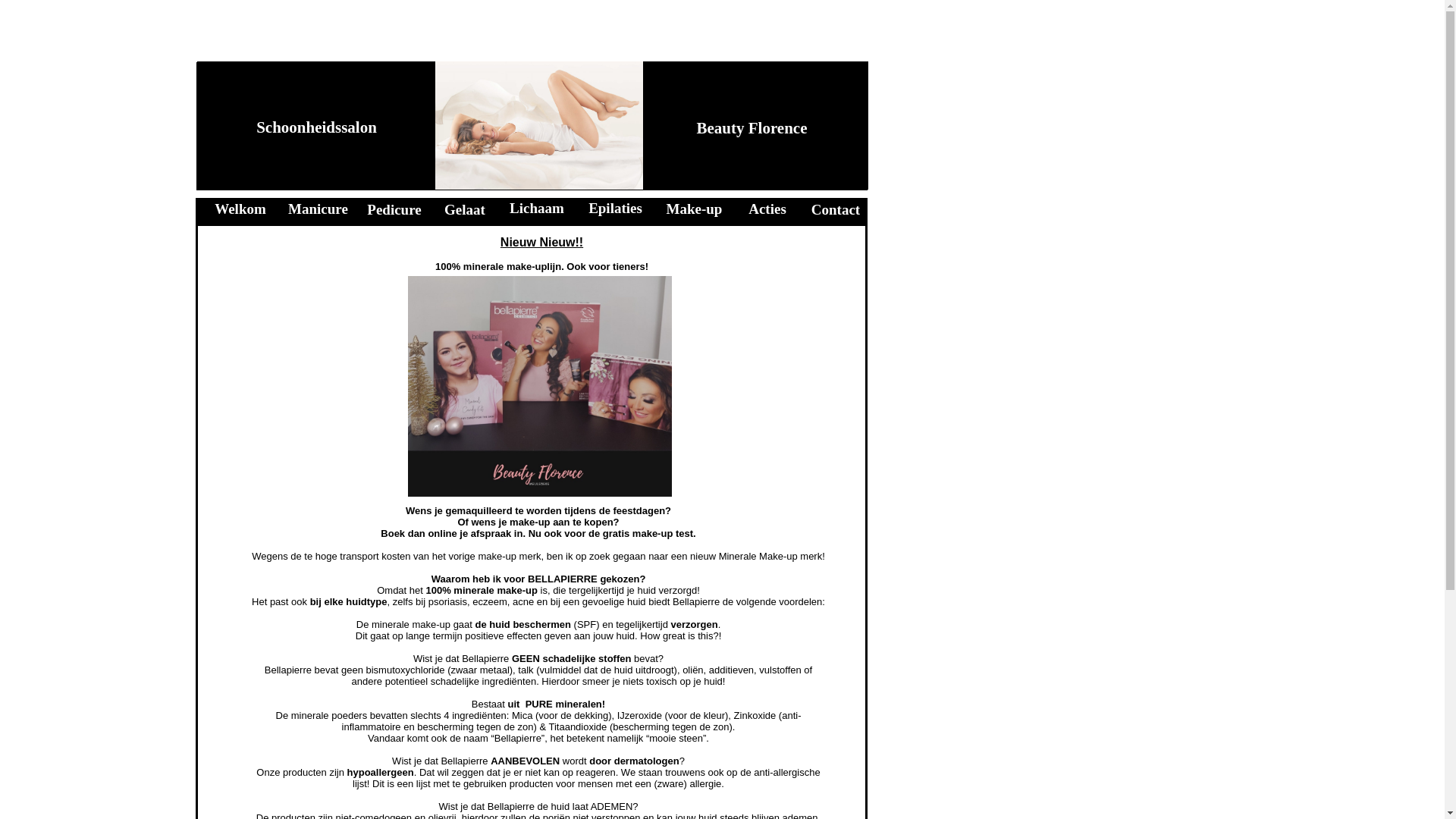 The width and height of the screenshot is (1456, 819). I want to click on 'Manicure', so click(317, 209).